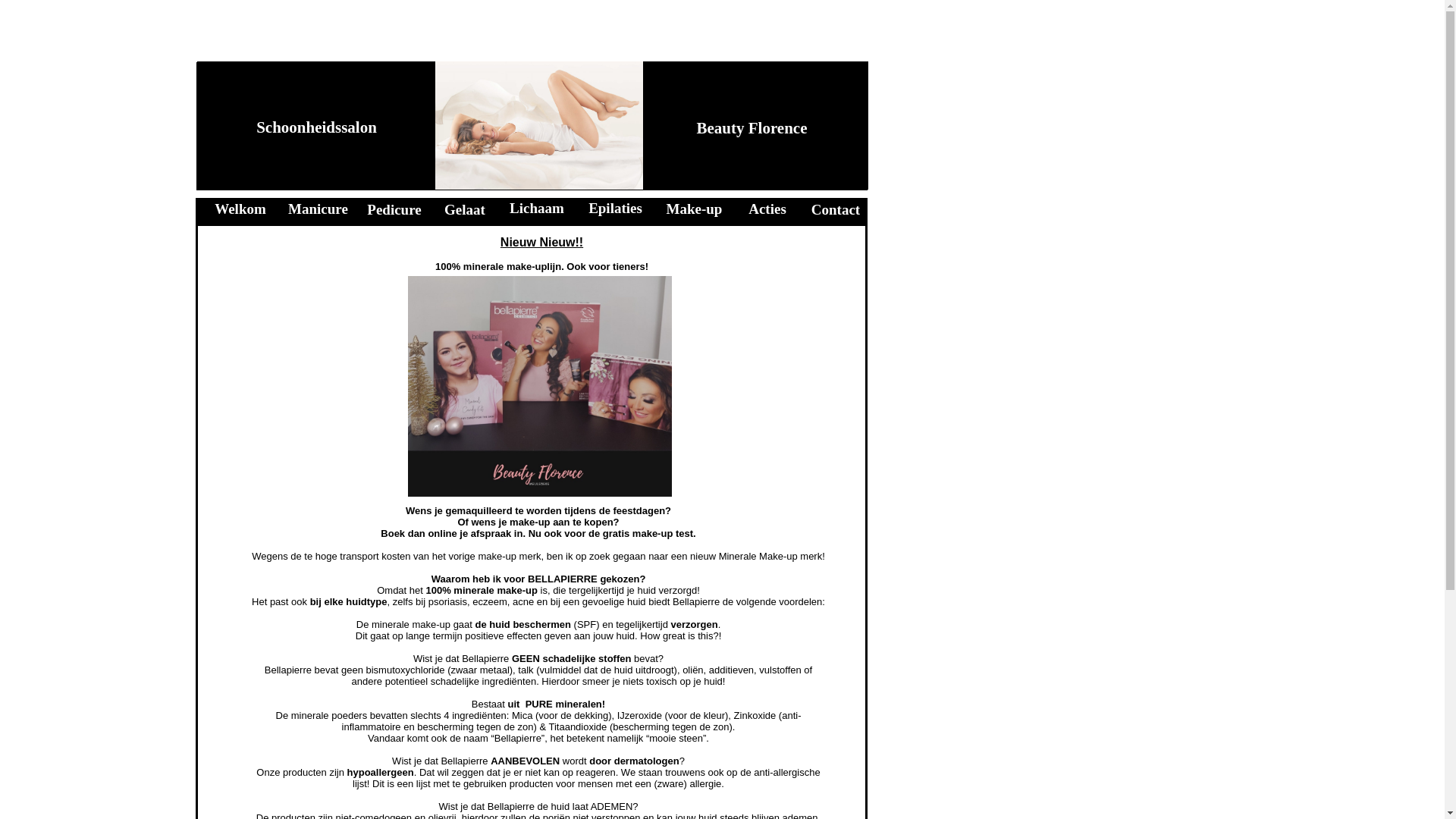 The width and height of the screenshot is (1456, 819). I want to click on 'Manicure', so click(317, 209).